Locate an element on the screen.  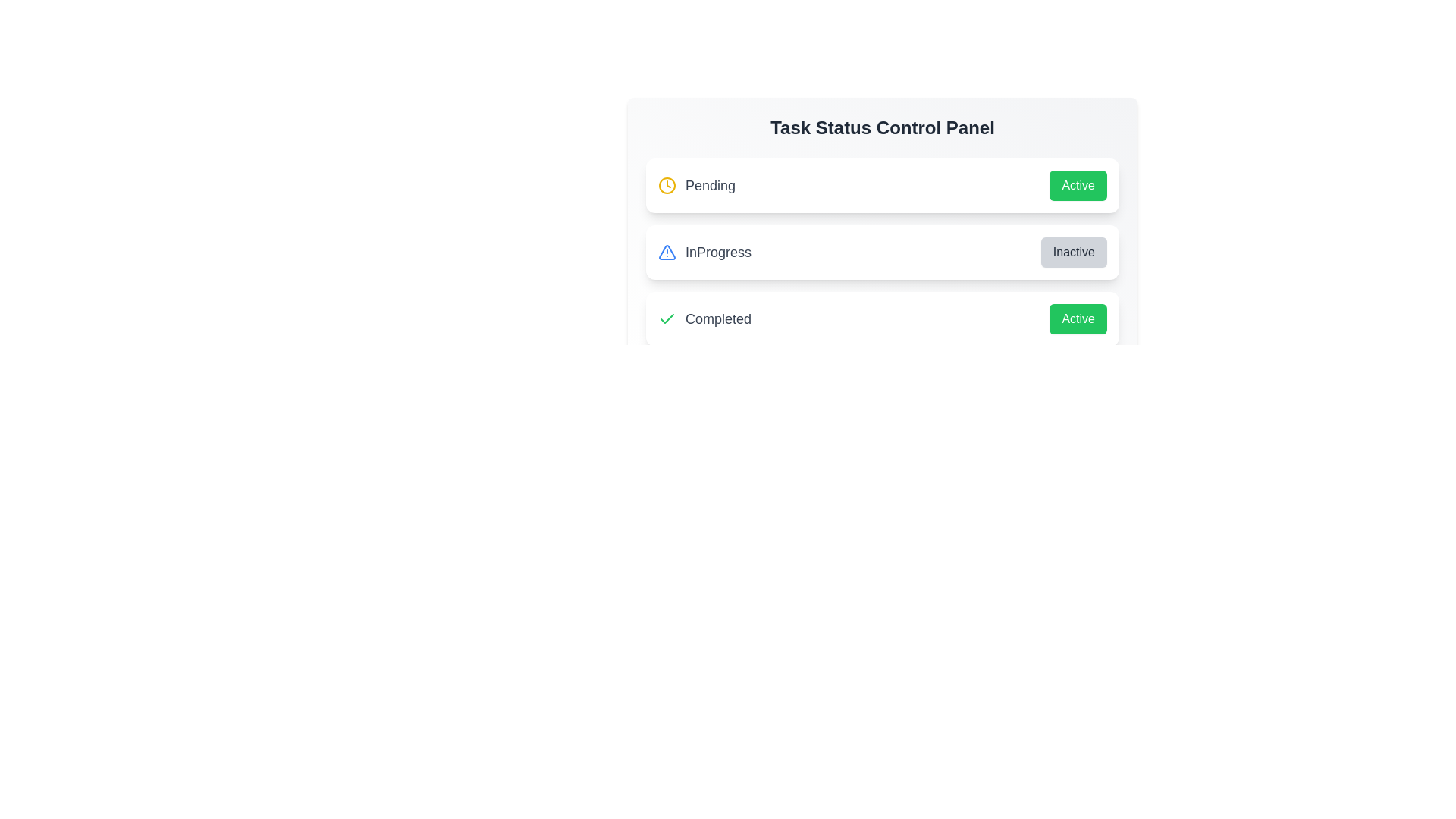
the icon for the task status InProgress is located at coordinates (667, 251).